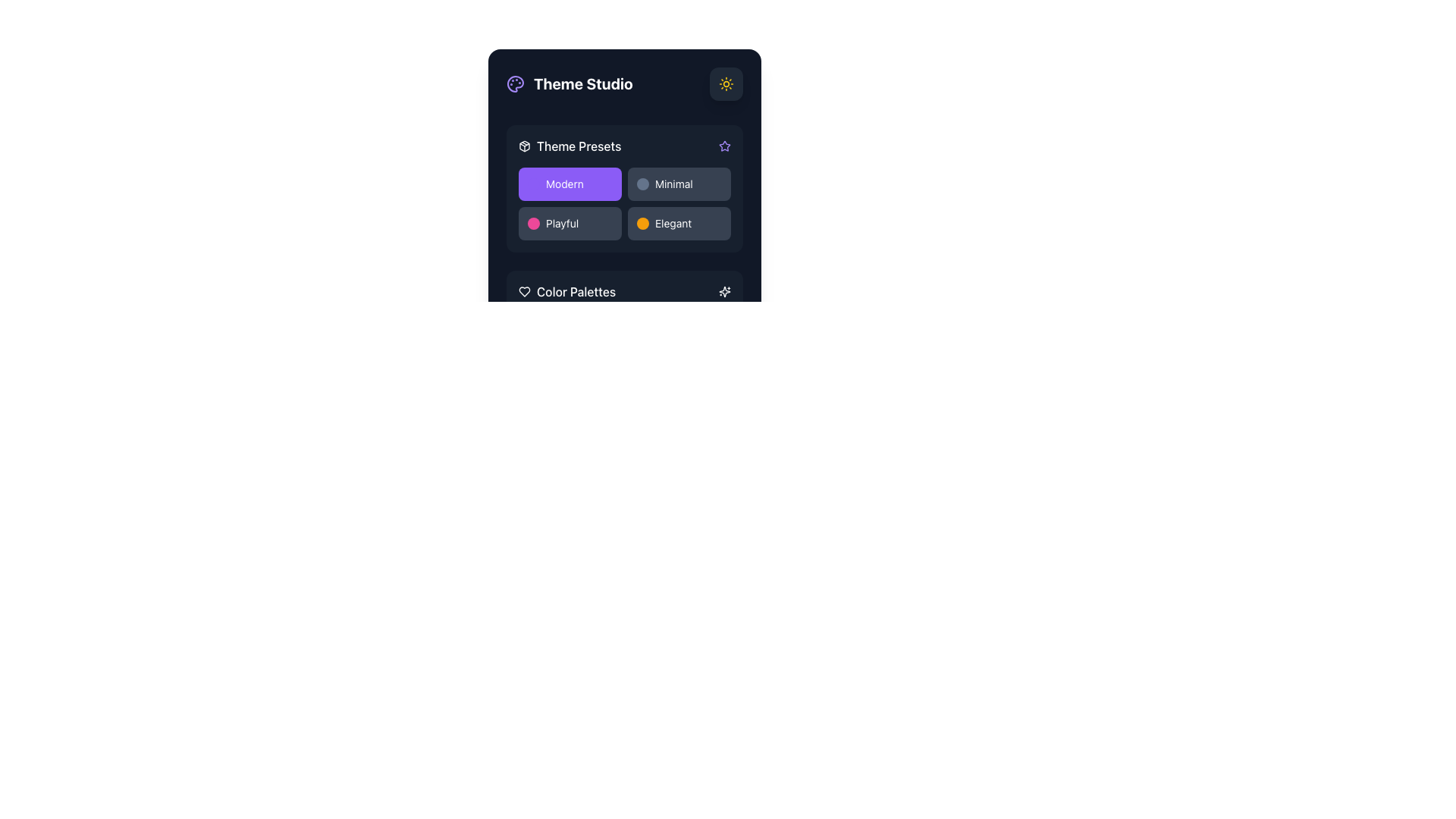 This screenshot has height=819, width=1456. Describe the element at coordinates (534, 223) in the screenshot. I see `the small vibrant pink circular icon located to the left of the text 'Playful' within the 'Theme Presets' area` at that location.